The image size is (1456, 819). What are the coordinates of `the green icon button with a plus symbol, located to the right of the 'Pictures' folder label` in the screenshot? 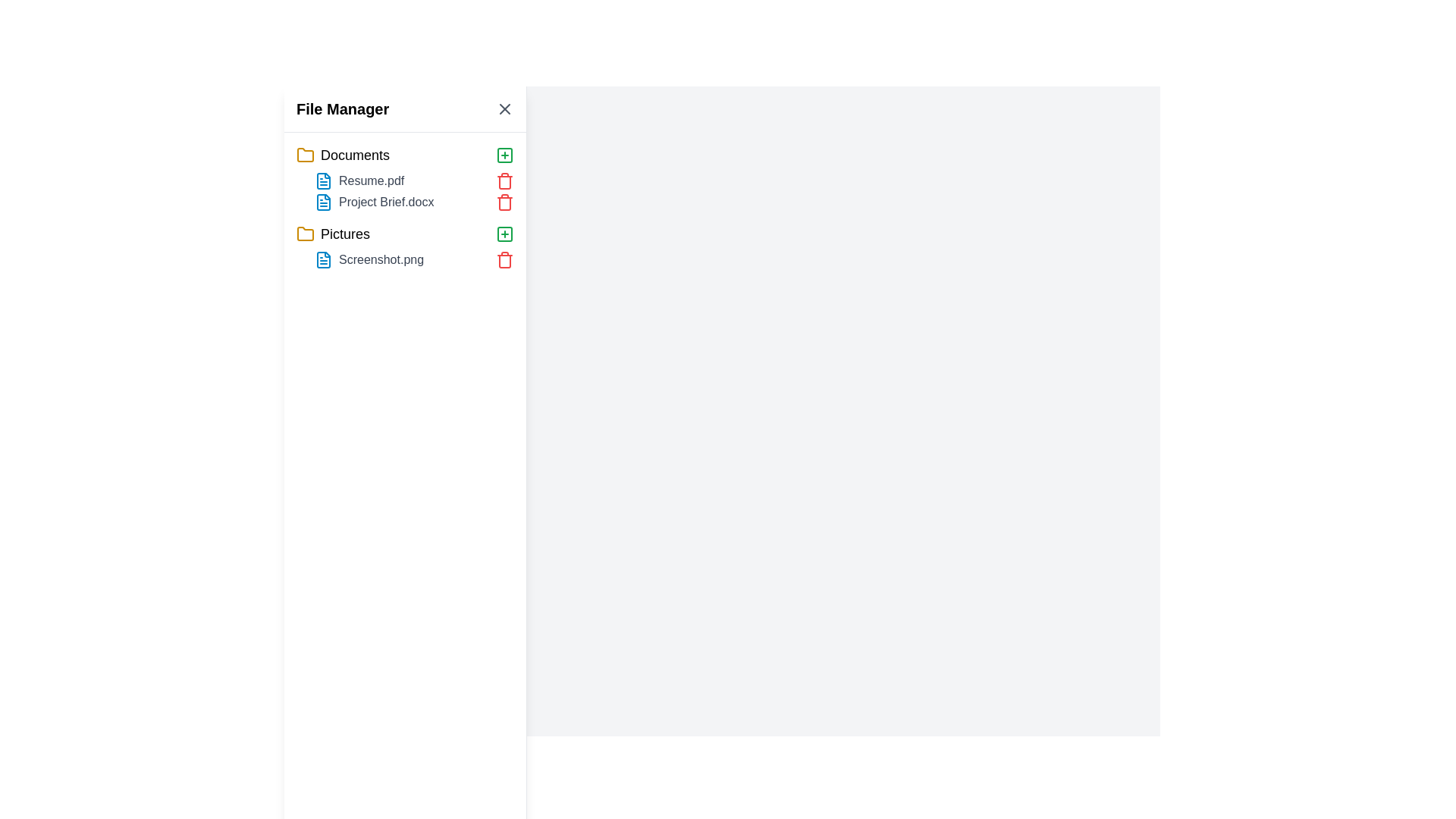 It's located at (505, 234).